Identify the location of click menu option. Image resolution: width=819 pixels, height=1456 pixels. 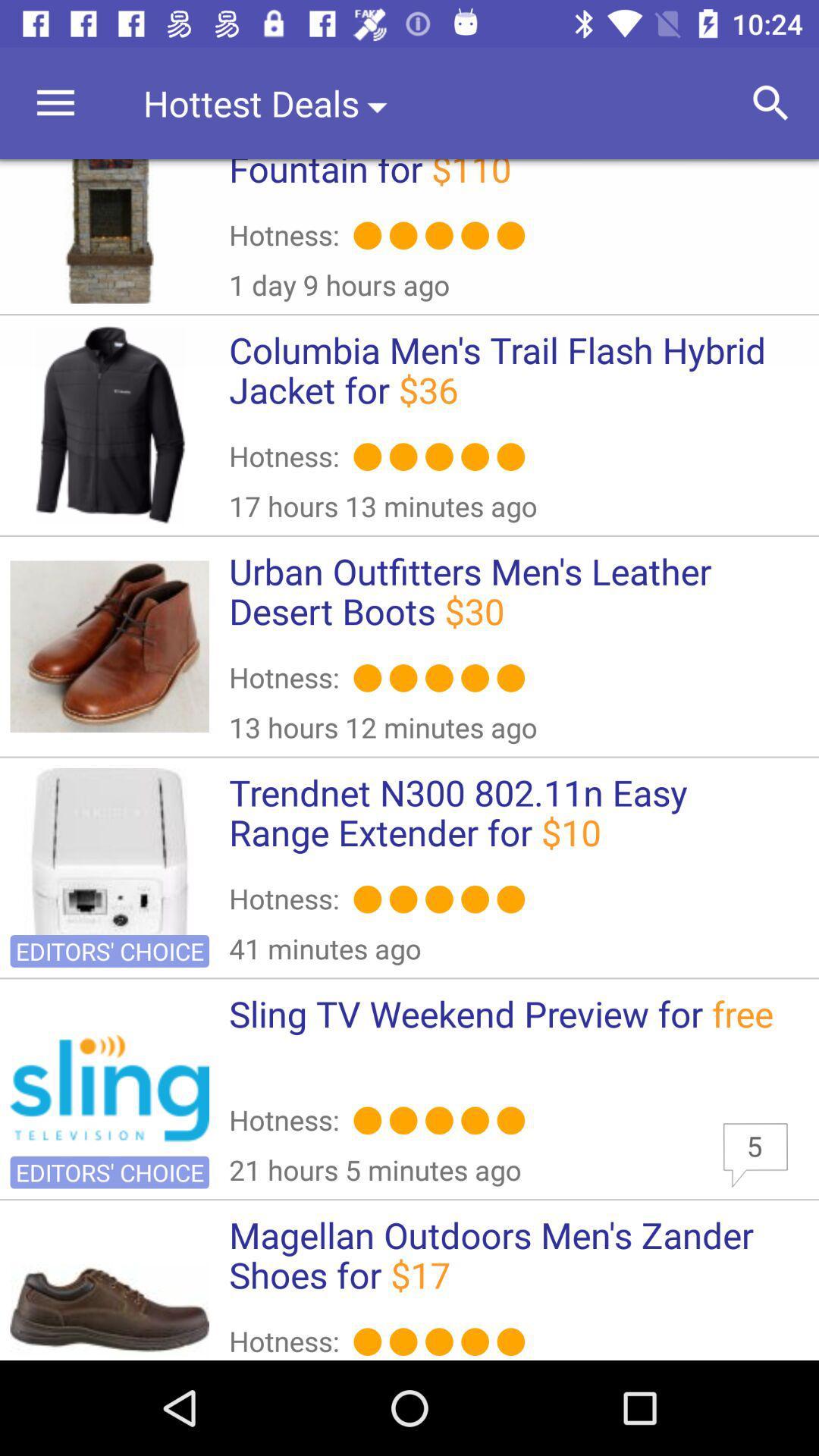
(55, 102).